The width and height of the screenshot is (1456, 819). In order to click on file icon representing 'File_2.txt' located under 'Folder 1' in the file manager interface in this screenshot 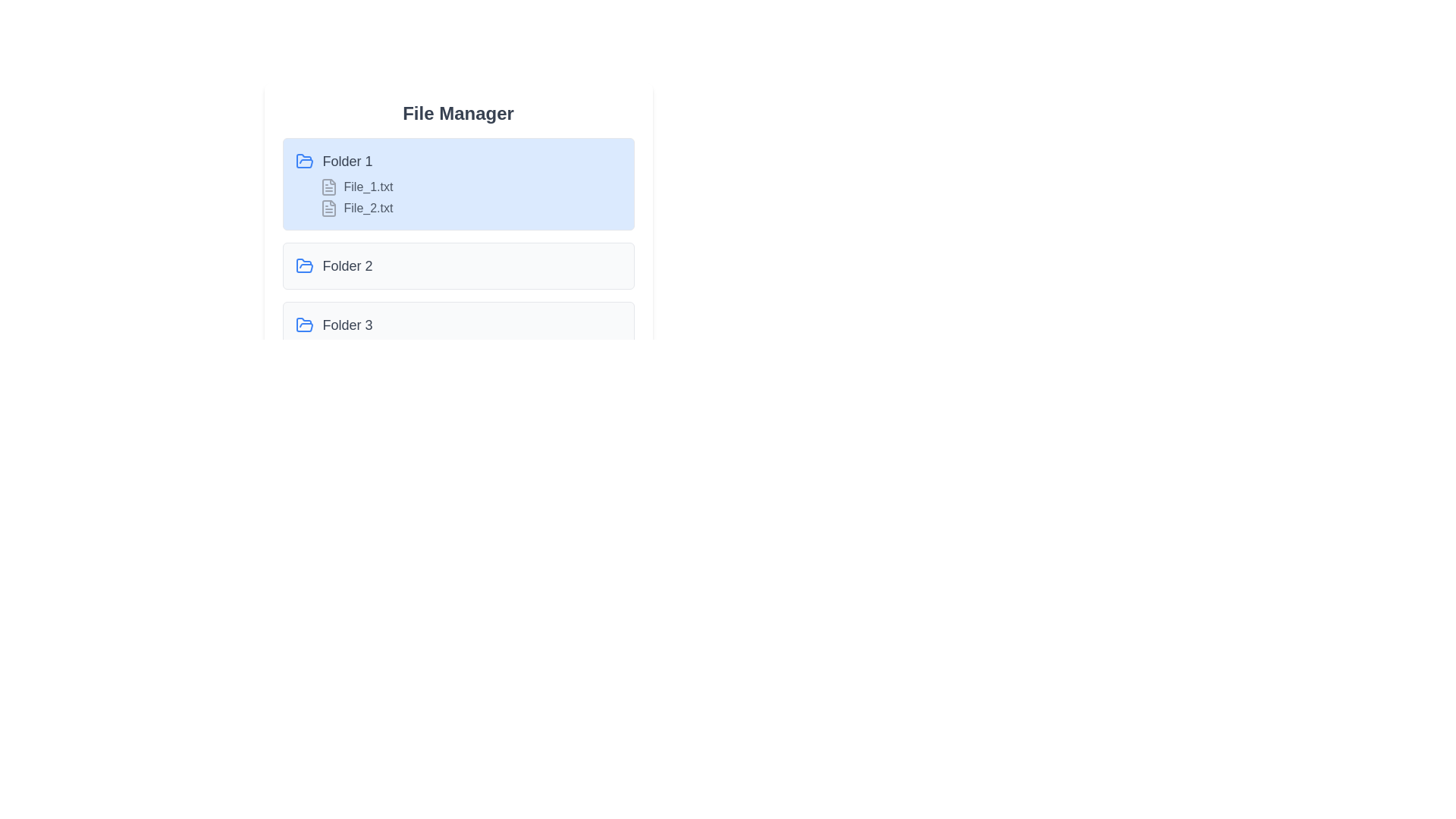, I will do `click(328, 208)`.